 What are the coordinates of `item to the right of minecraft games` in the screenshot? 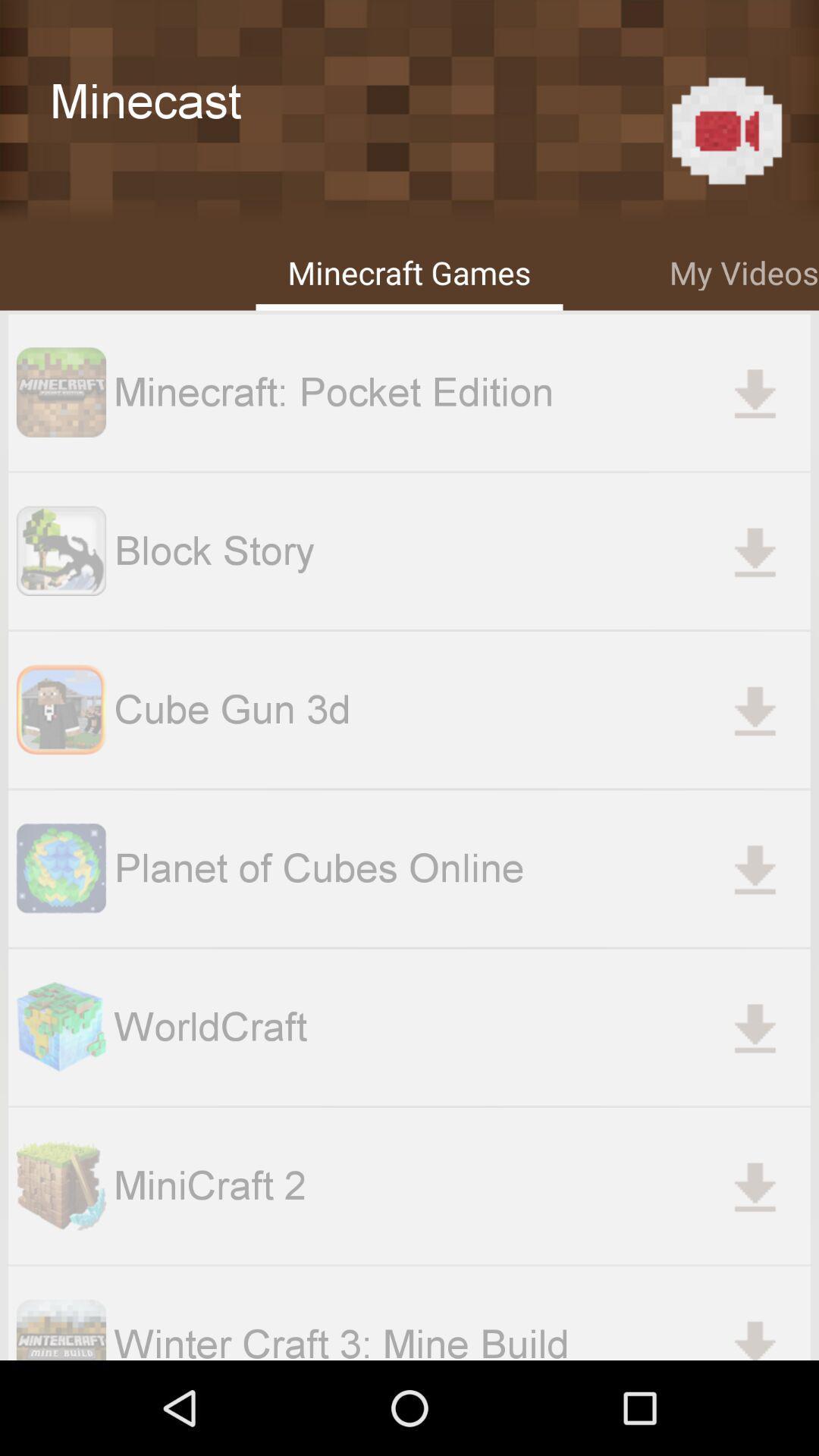 It's located at (743, 270).